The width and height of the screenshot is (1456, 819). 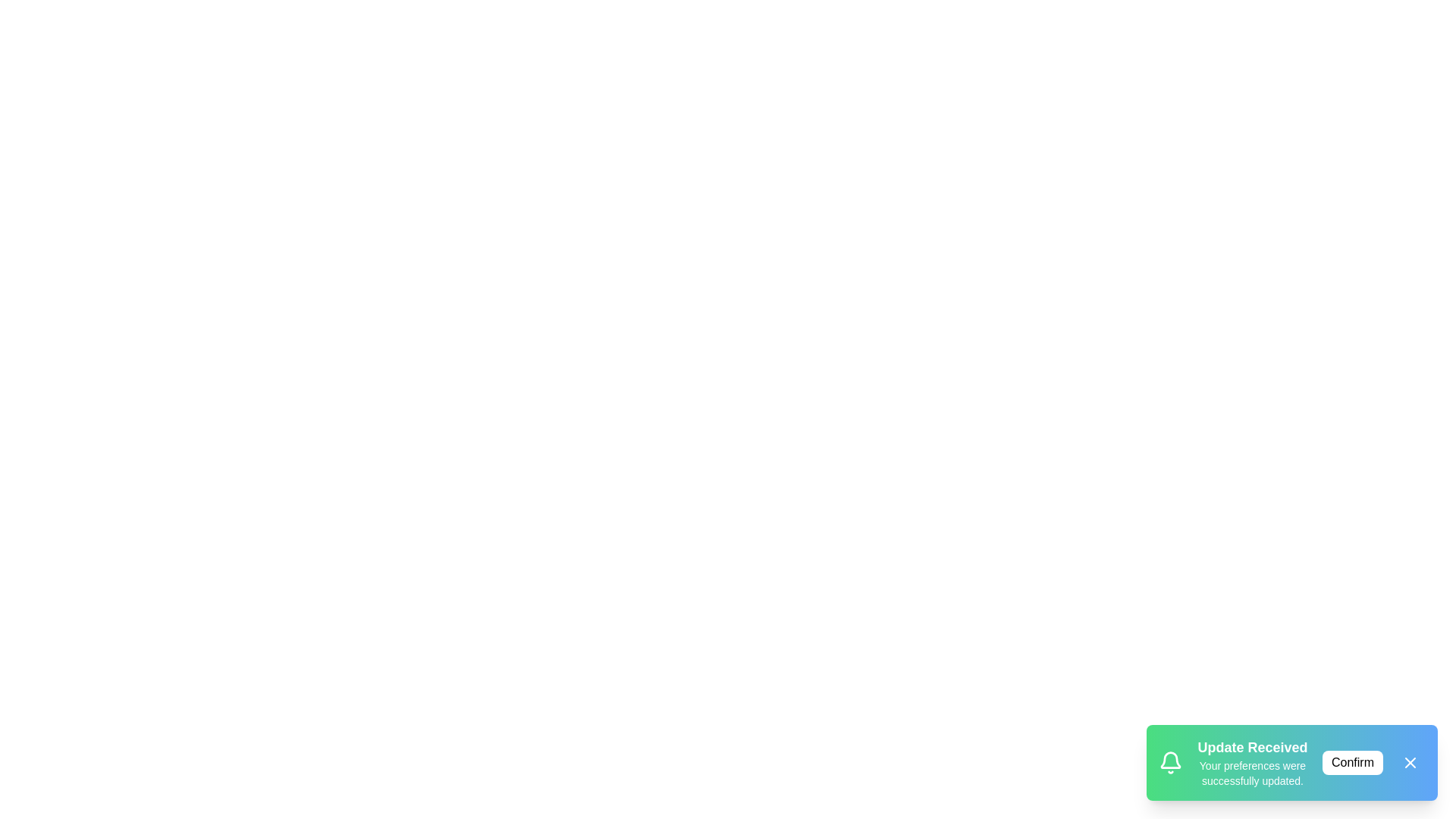 What do you see at coordinates (1170, 763) in the screenshot?
I see `the bell icon to trigger the notification-related action` at bounding box center [1170, 763].